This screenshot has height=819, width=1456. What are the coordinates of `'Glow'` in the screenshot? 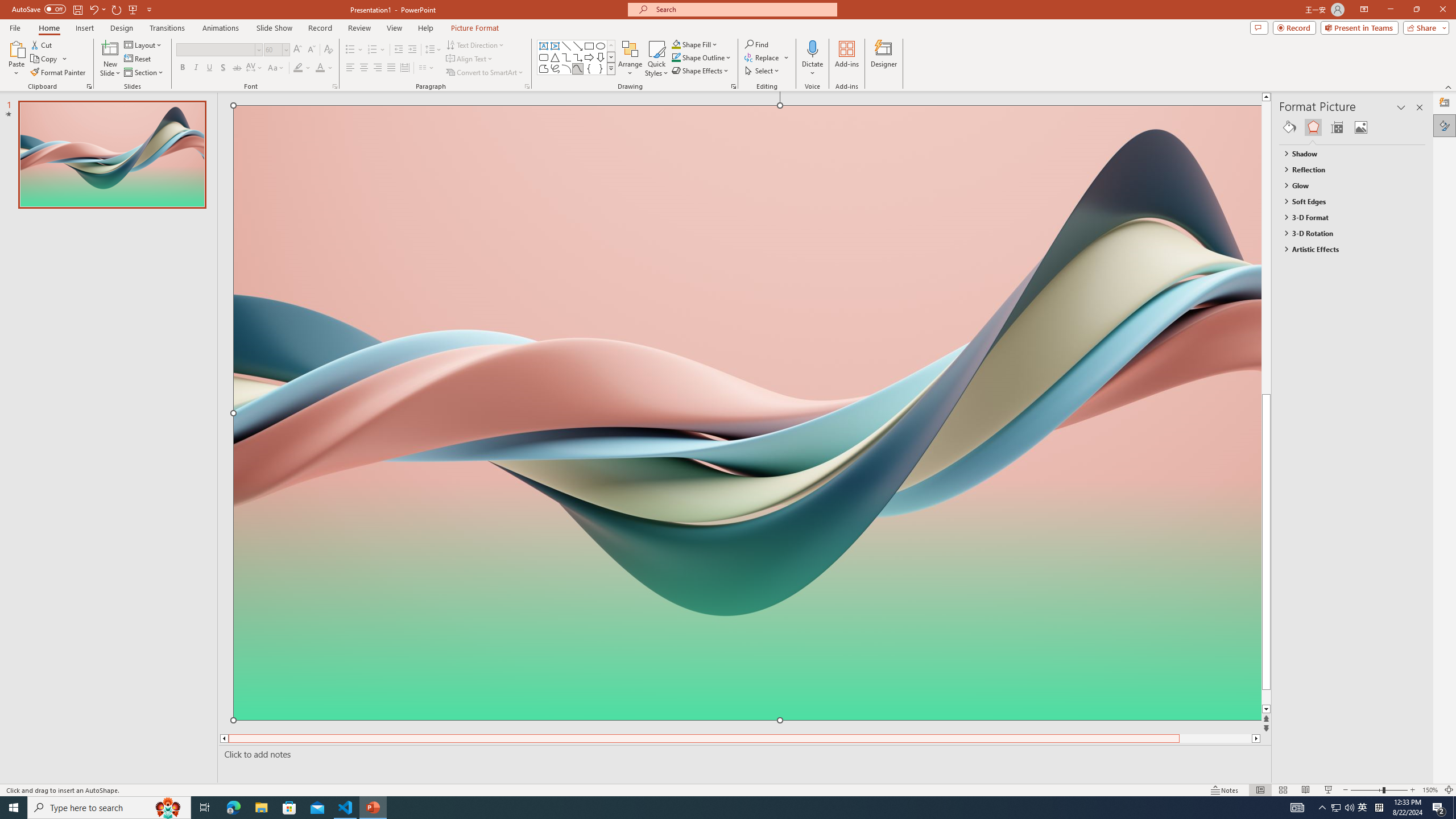 It's located at (1347, 185).